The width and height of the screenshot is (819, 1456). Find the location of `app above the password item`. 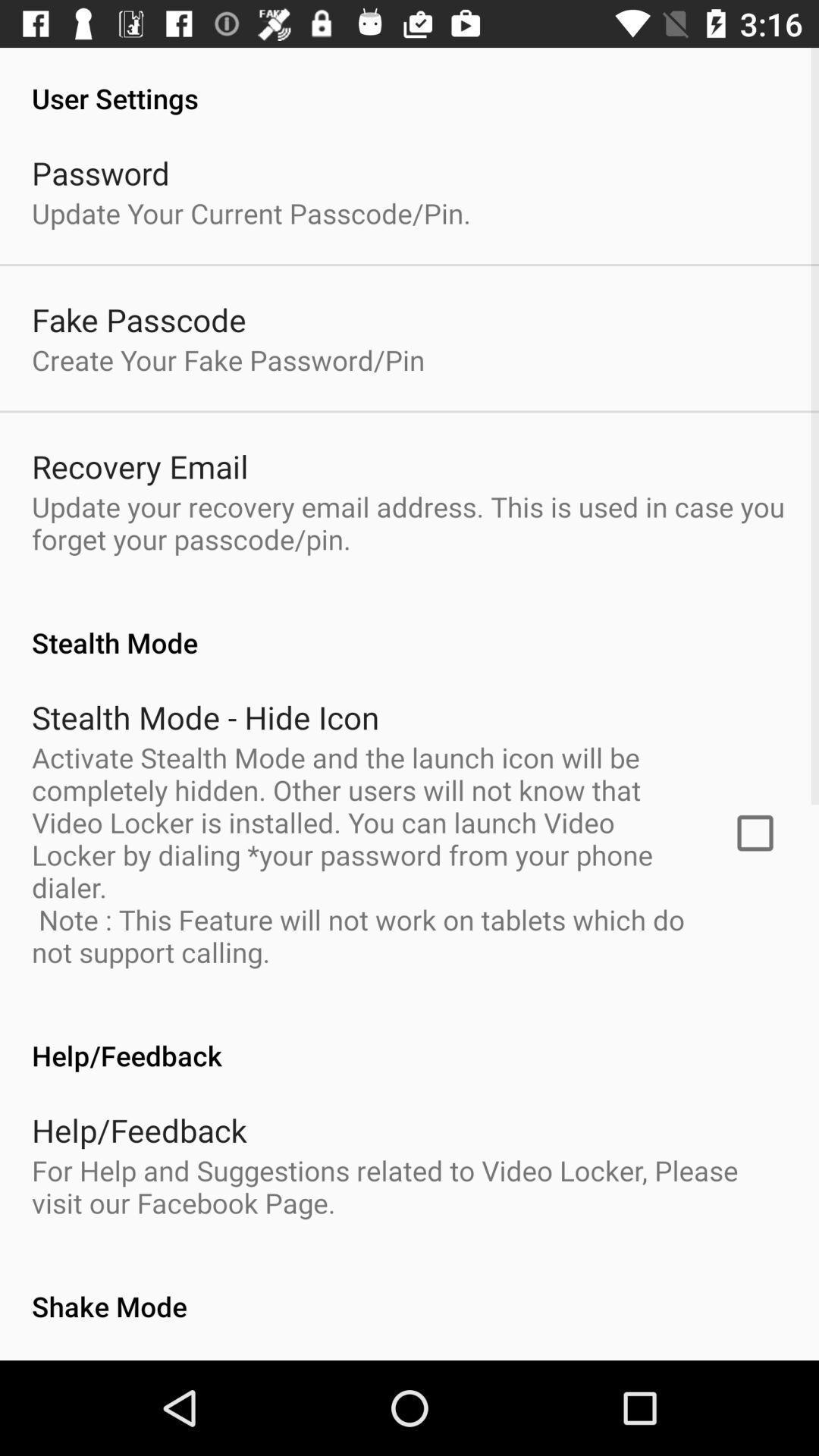

app above the password item is located at coordinates (409, 81).